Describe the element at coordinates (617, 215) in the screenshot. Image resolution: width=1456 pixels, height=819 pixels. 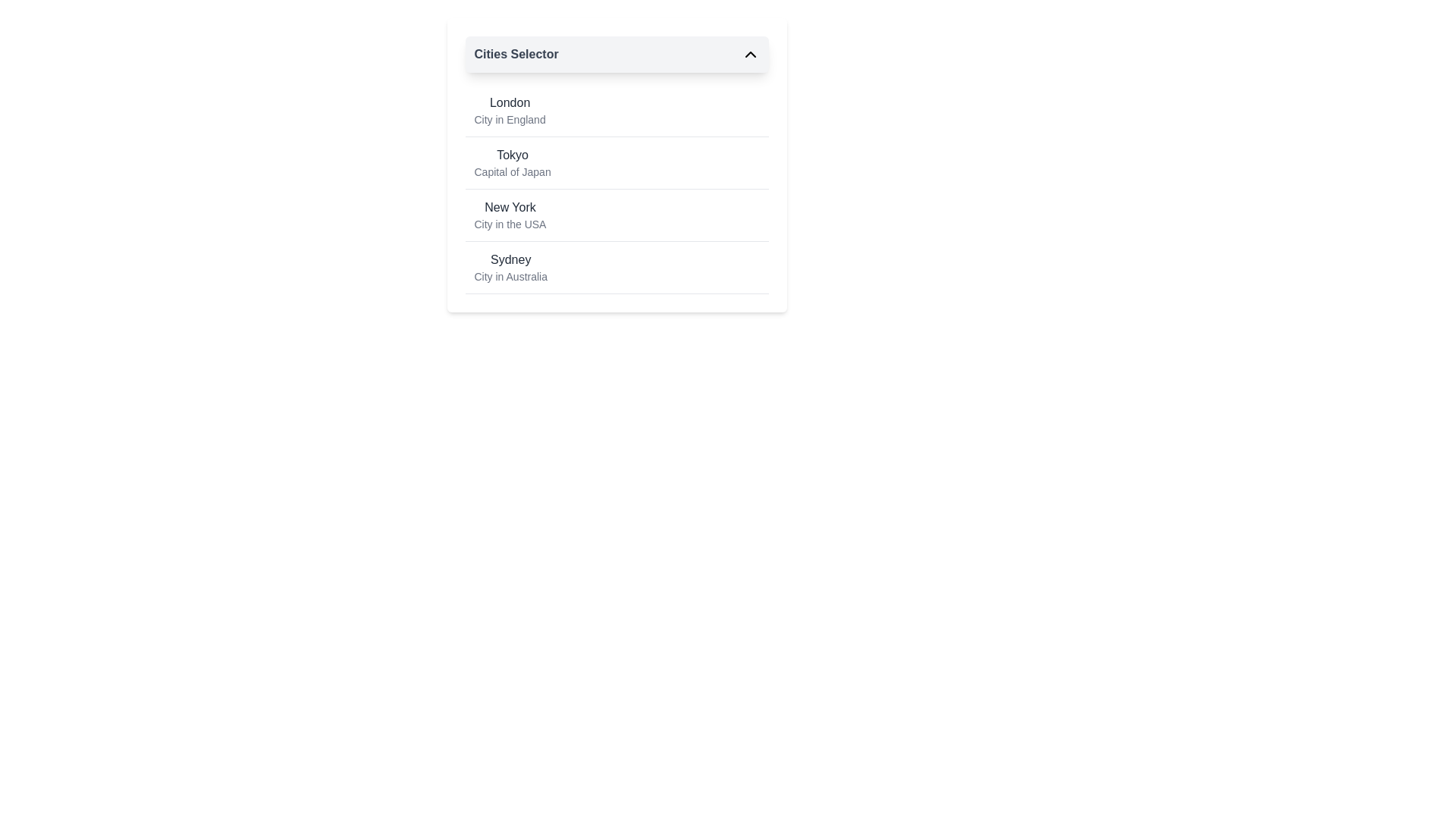
I see `the selectable option for the city 'New York' in the dropdown menu labeled 'Cities Selector', which is the third item in the list` at that location.